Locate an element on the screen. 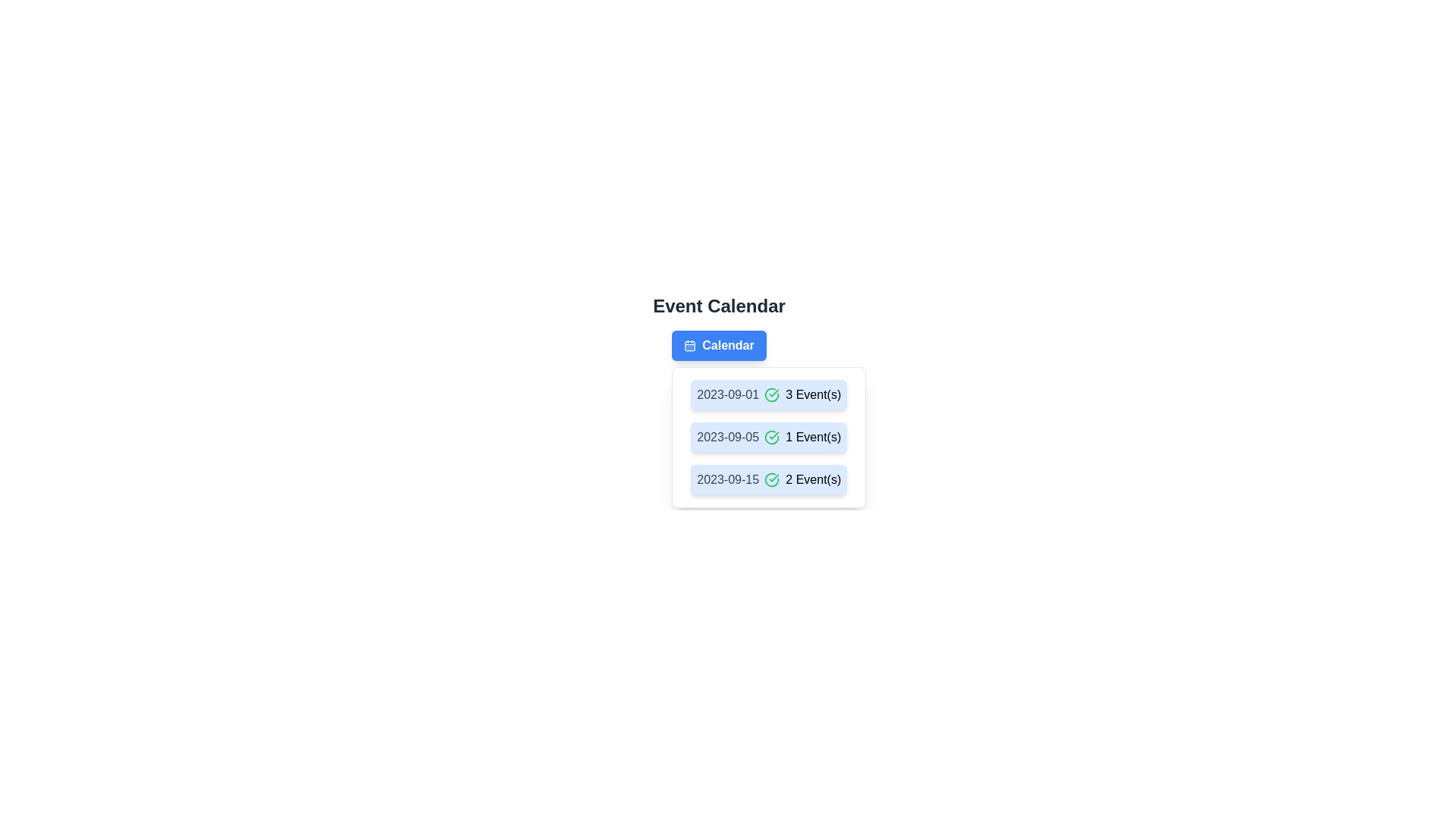 This screenshot has height=819, width=1456. the checkmark icon representing the status indicator in the first event entry of the list is located at coordinates (772, 394).